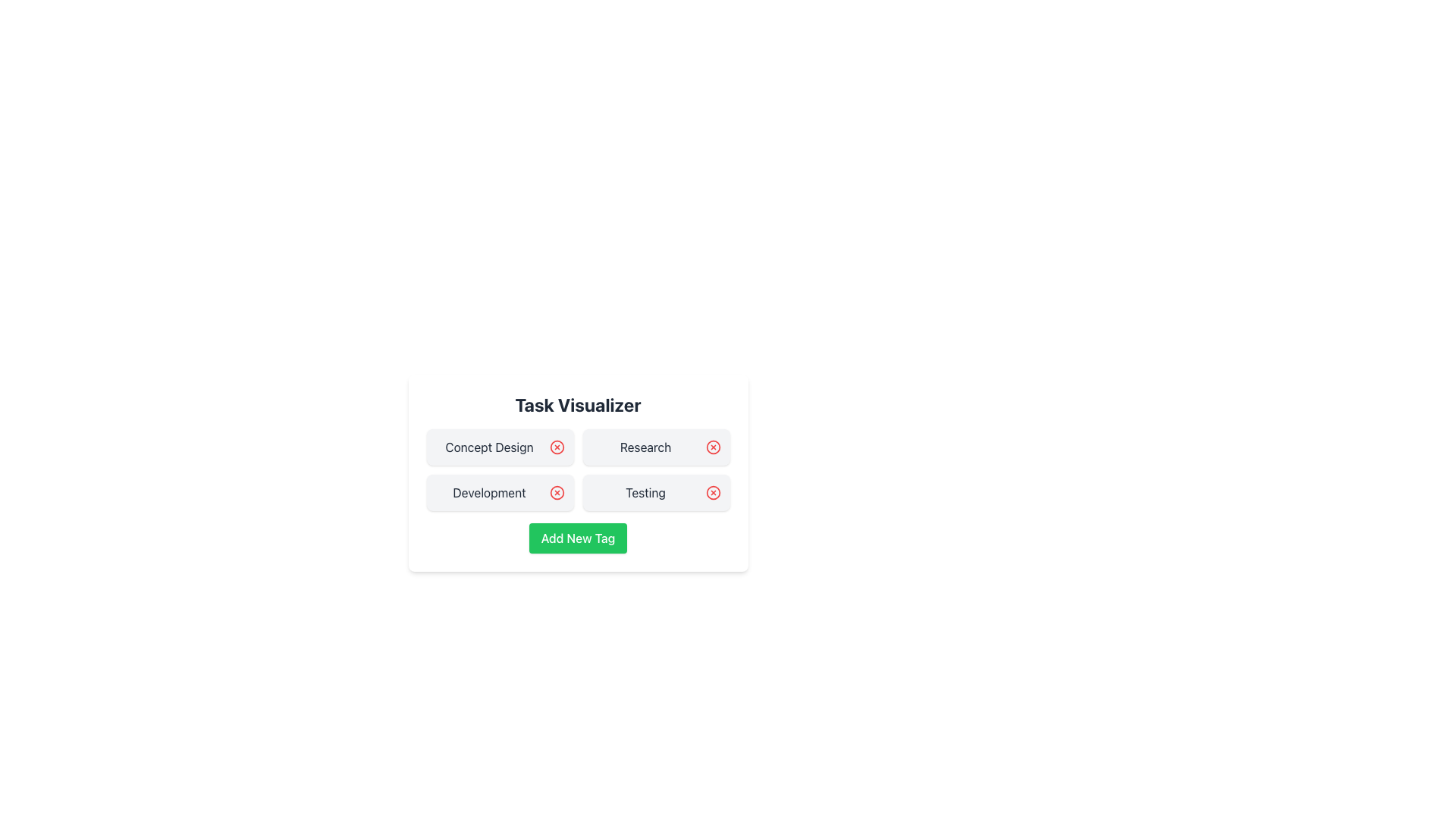 The height and width of the screenshot is (819, 1456). What do you see at coordinates (577, 542) in the screenshot?
I see `a task within the central task management card` at bounding box center [577, 542].